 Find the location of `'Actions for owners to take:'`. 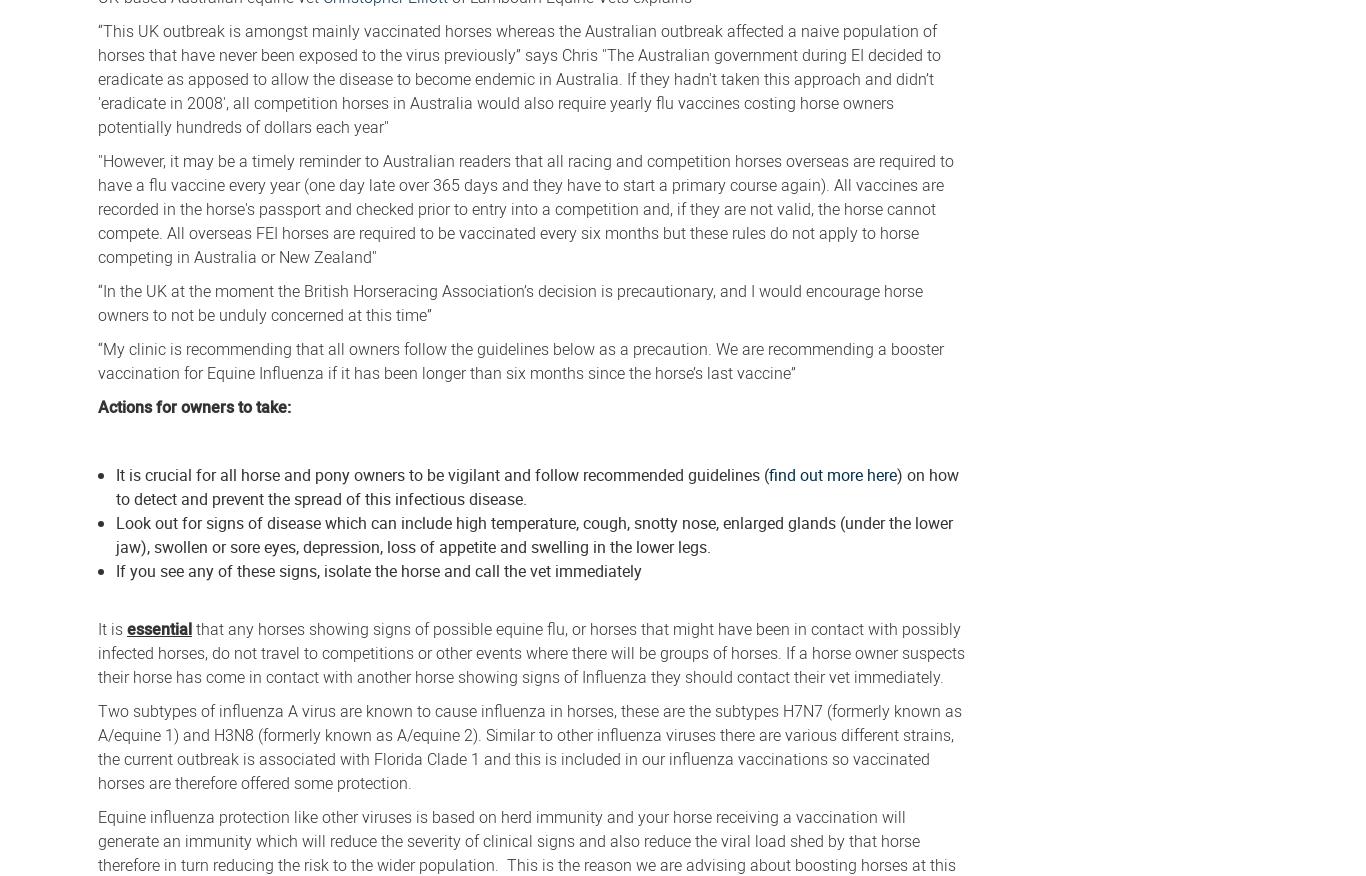

'Actions for owners to take:' is located at coordinates (203, 406).